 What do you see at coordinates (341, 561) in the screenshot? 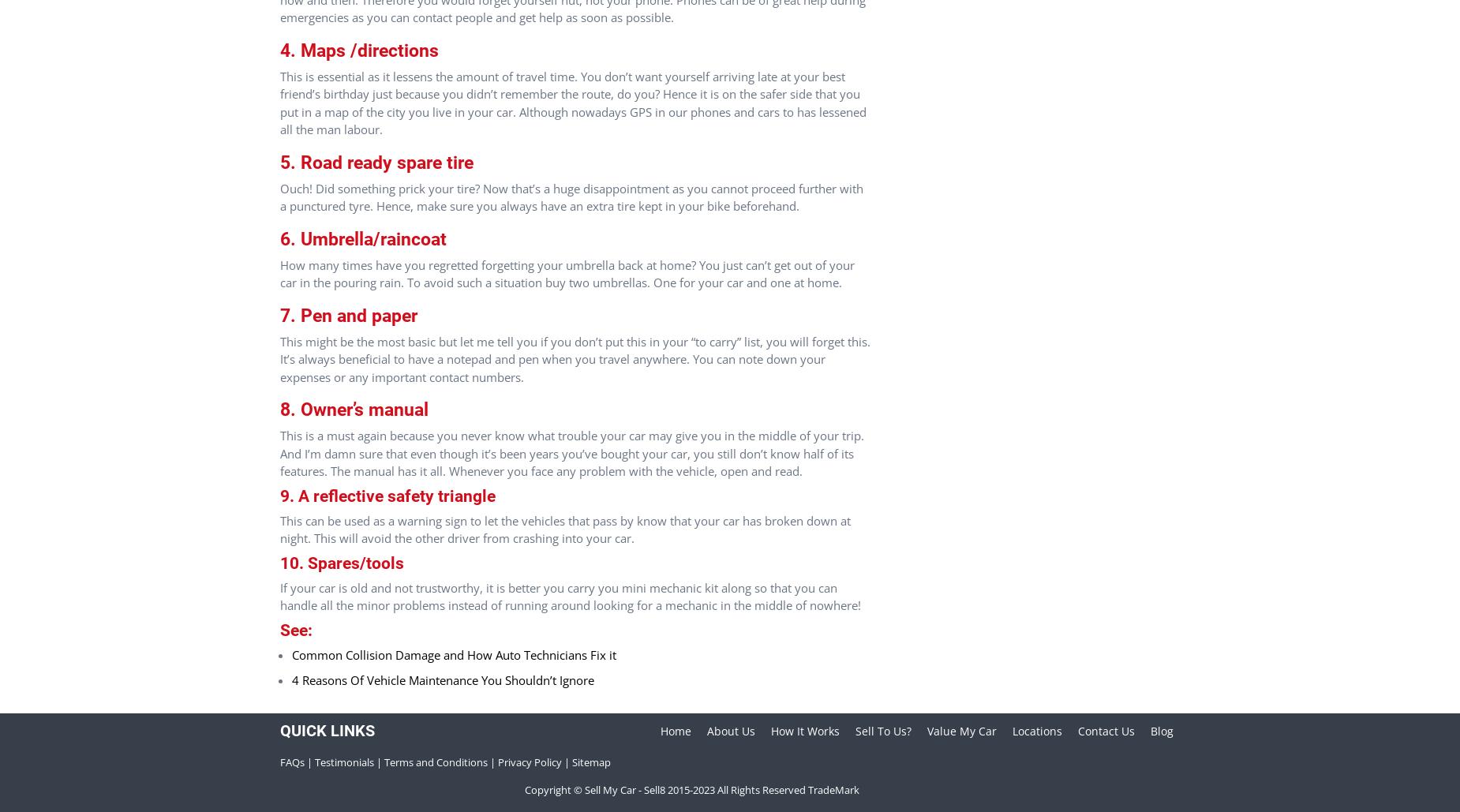
I see `'10. Spares/tools'` at bounding box center [341, 561].